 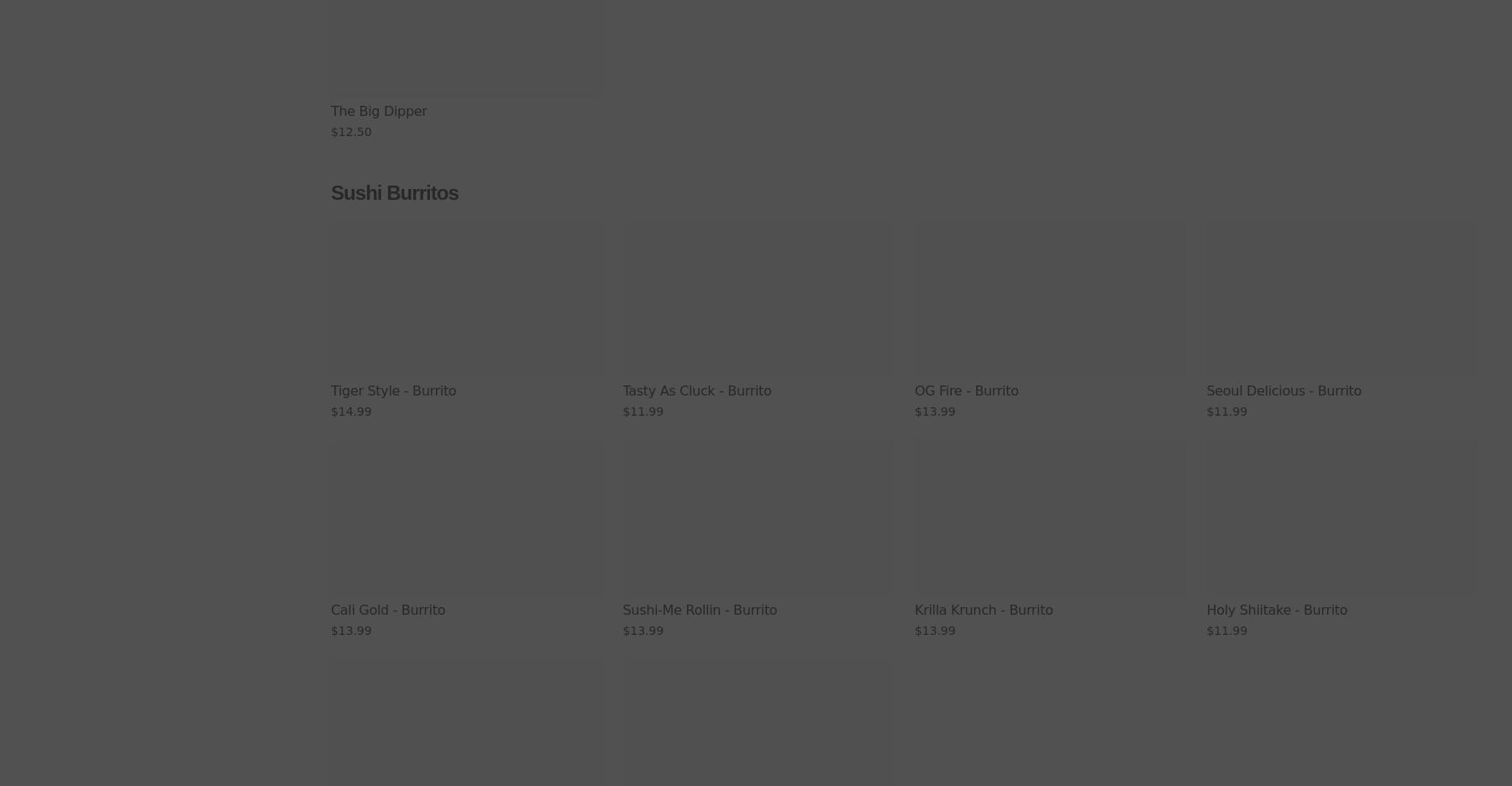 I want to click on 'Krilla Krunch - Burrito', so click(x=983, y=609).